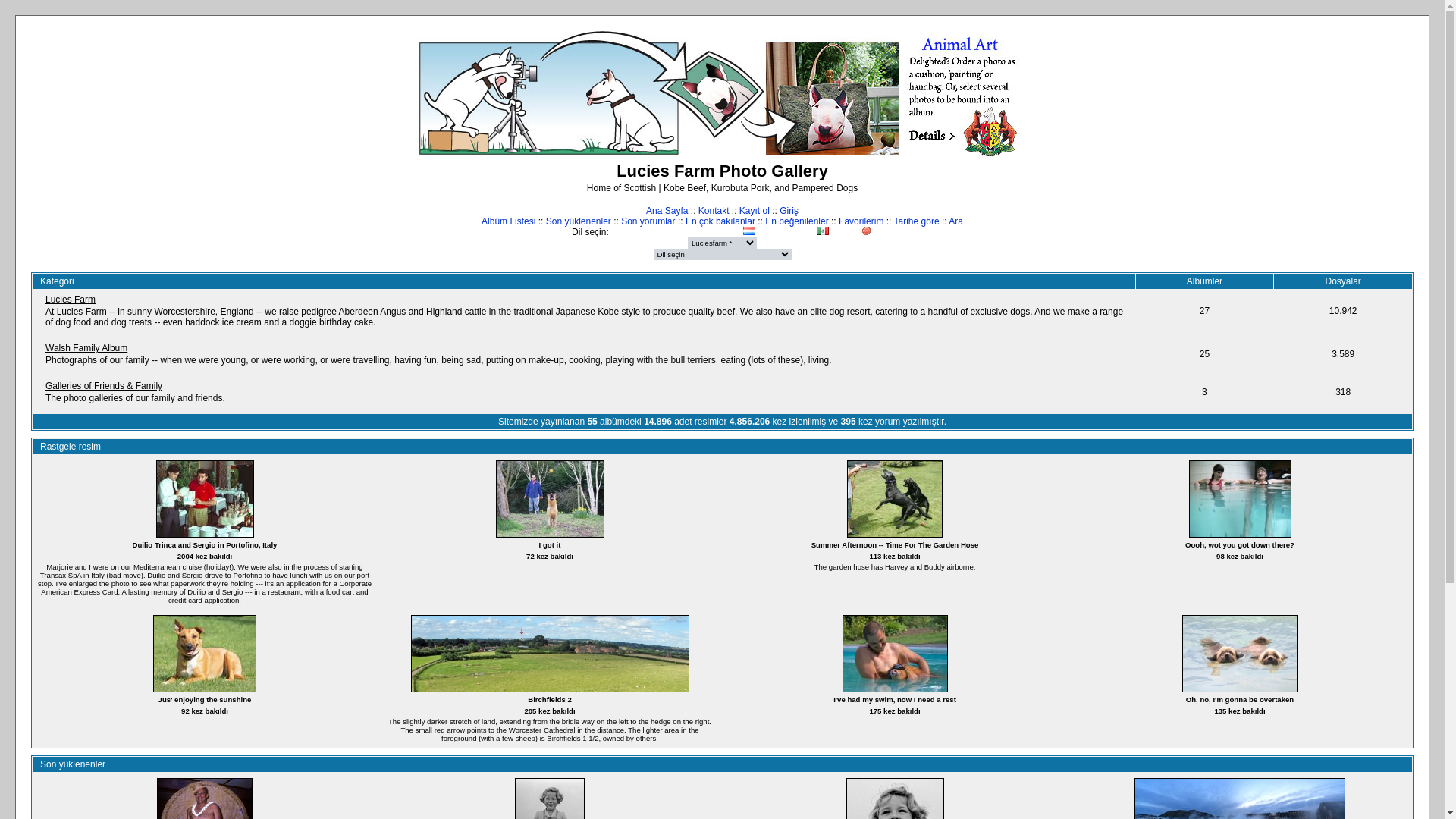 The image size is (1456, 819). Describe the element at coordinates (86, 348) in the screenshot. I see `'Walsh Family Album'` at that location.